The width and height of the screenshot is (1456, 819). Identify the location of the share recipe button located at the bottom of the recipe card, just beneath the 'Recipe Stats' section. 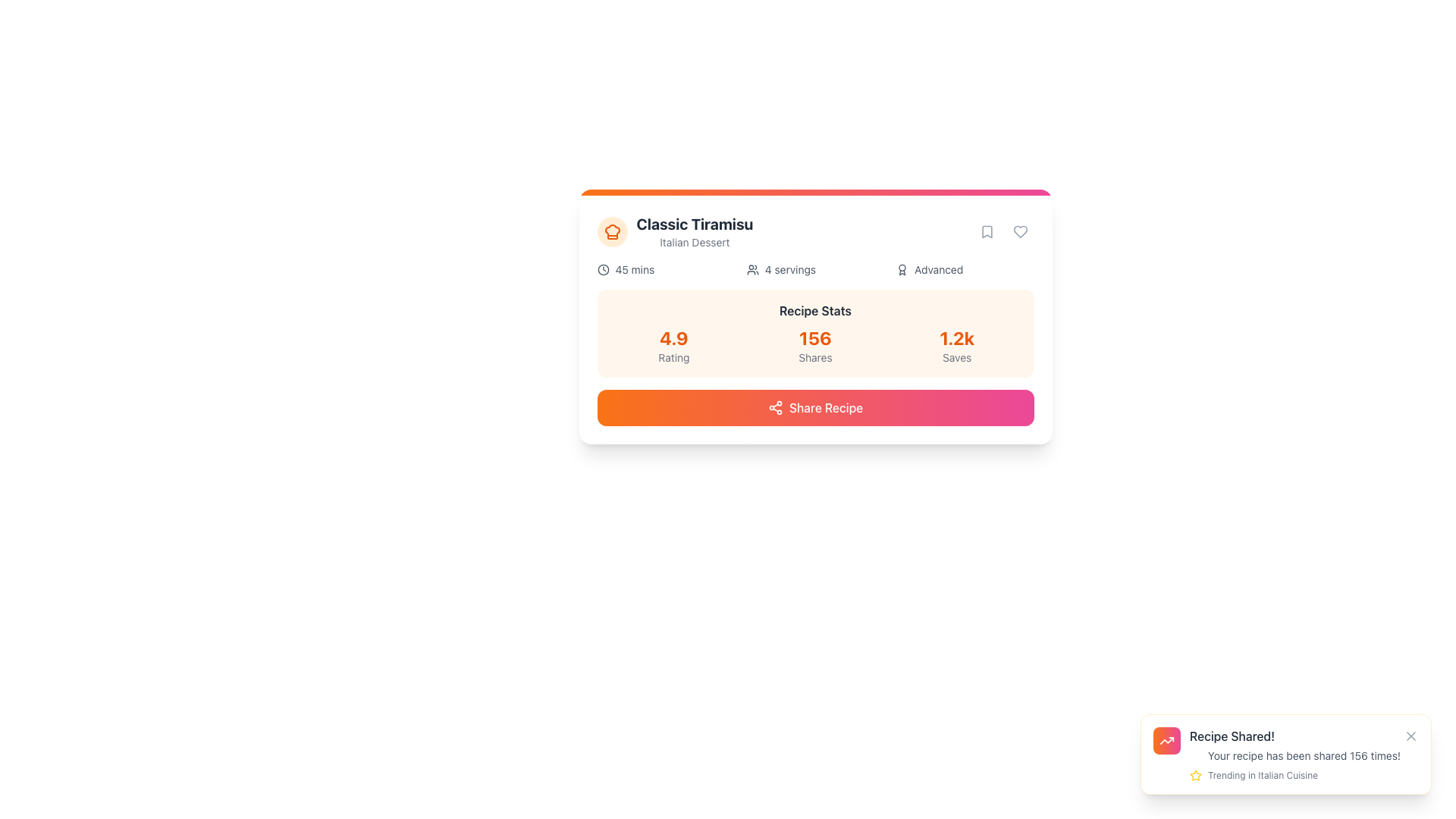
(814, 406).